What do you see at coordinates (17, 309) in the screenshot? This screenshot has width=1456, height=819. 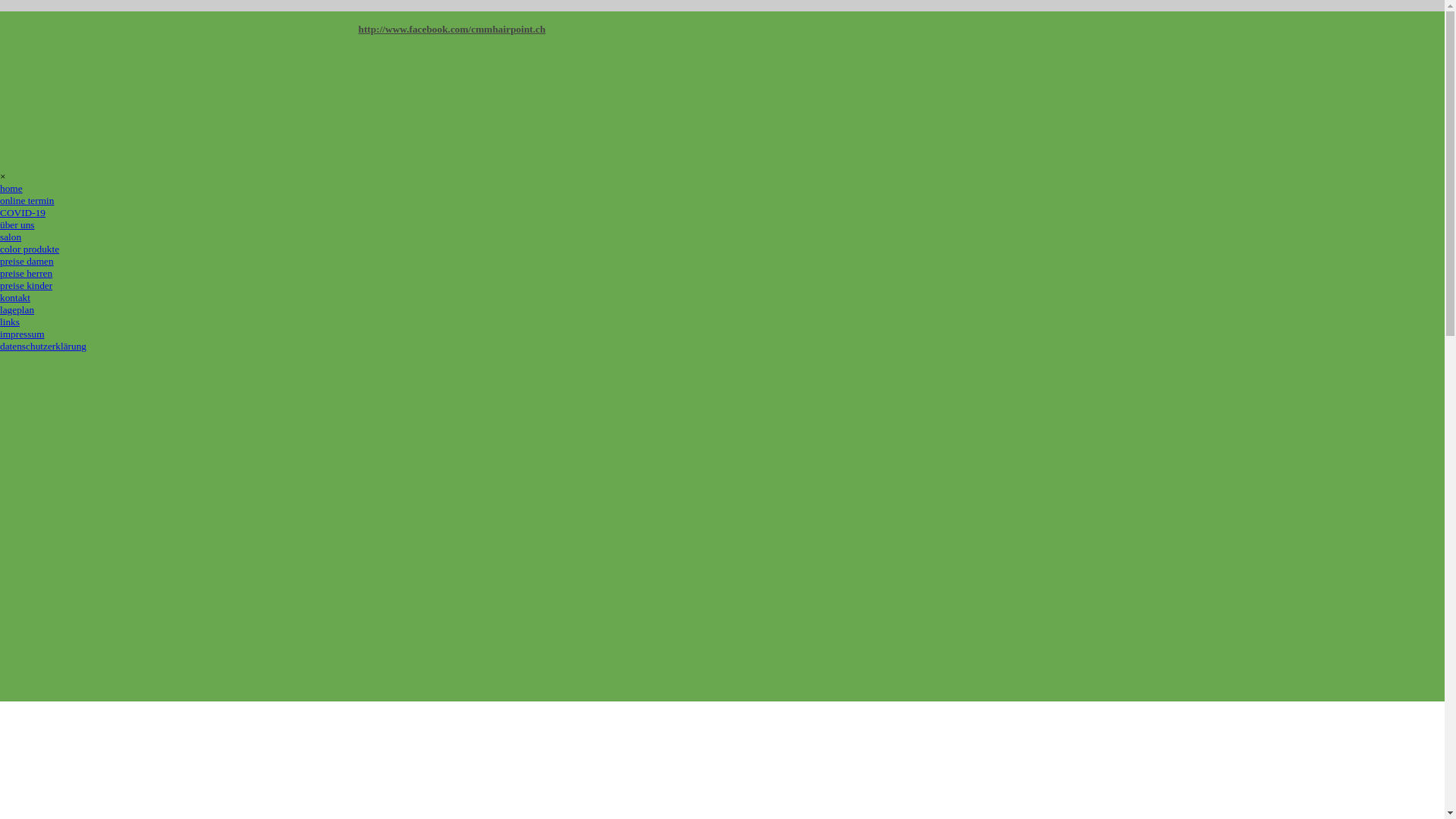 I see `'lageplan'` at bounding box center [17, 309].